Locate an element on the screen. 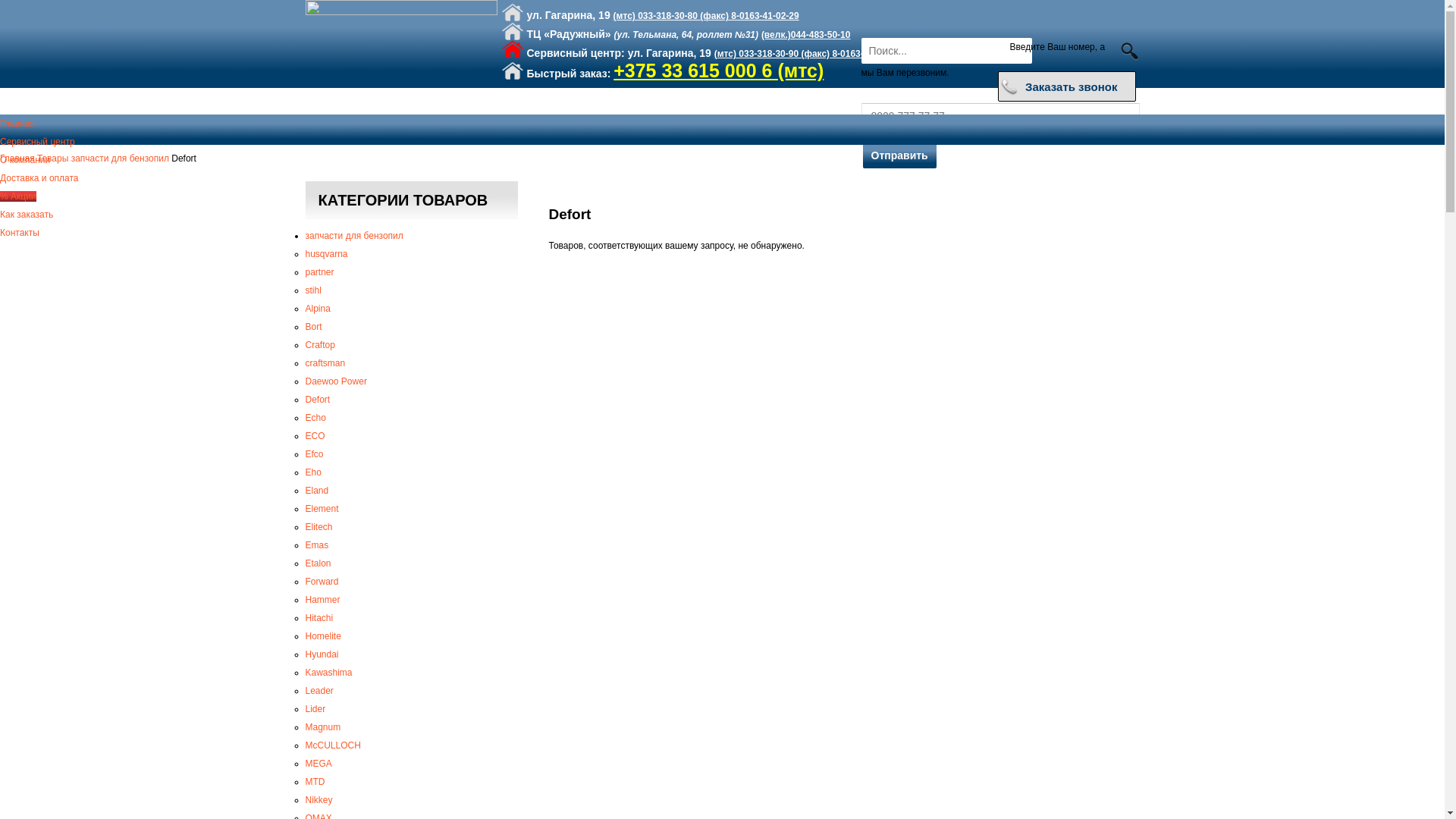  'MTD' is located at coordinates (304, 781).